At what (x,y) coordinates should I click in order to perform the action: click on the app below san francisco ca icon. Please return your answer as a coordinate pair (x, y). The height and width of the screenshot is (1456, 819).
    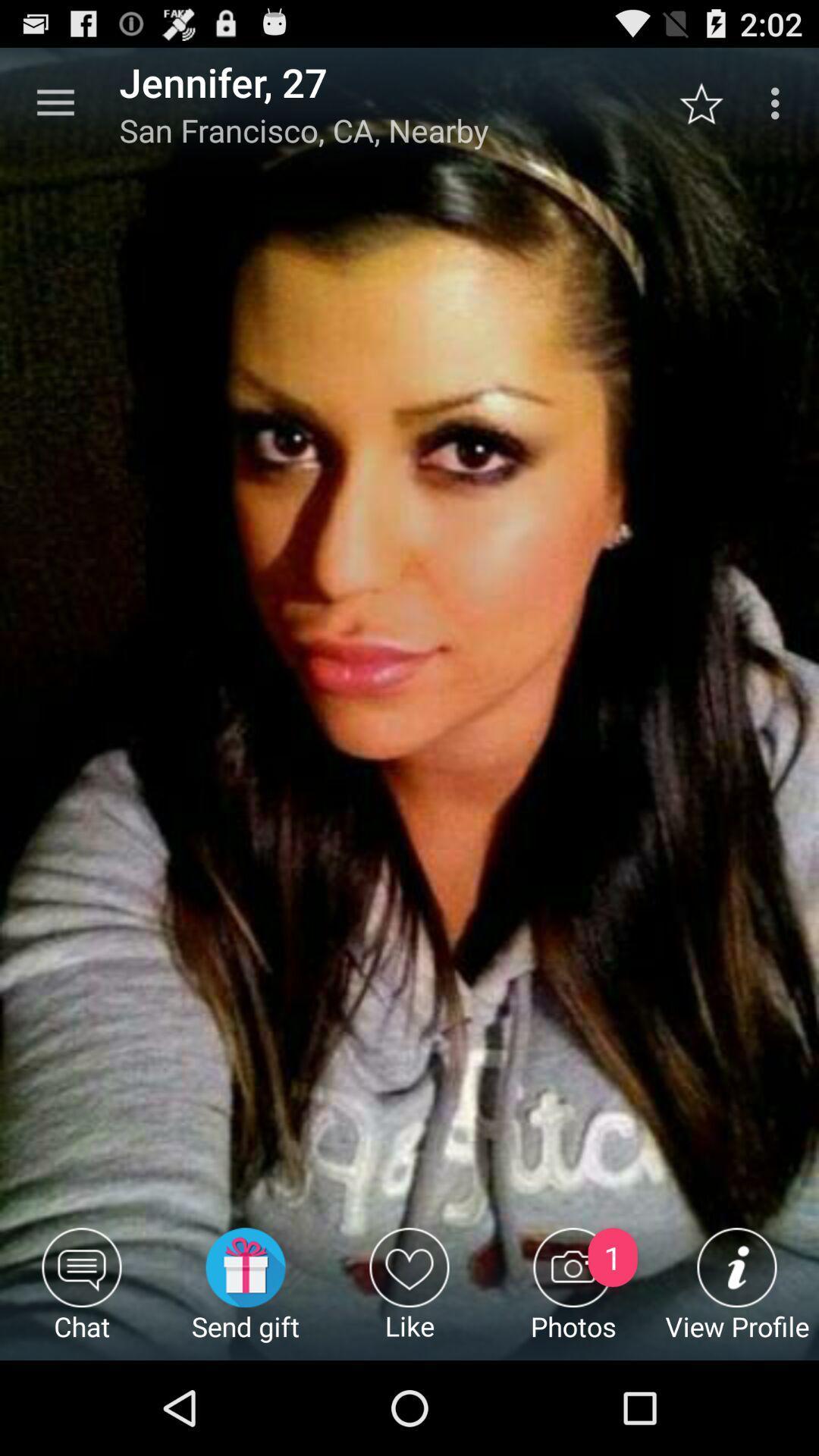
    Looking at the image, I should click on (245, 1293).